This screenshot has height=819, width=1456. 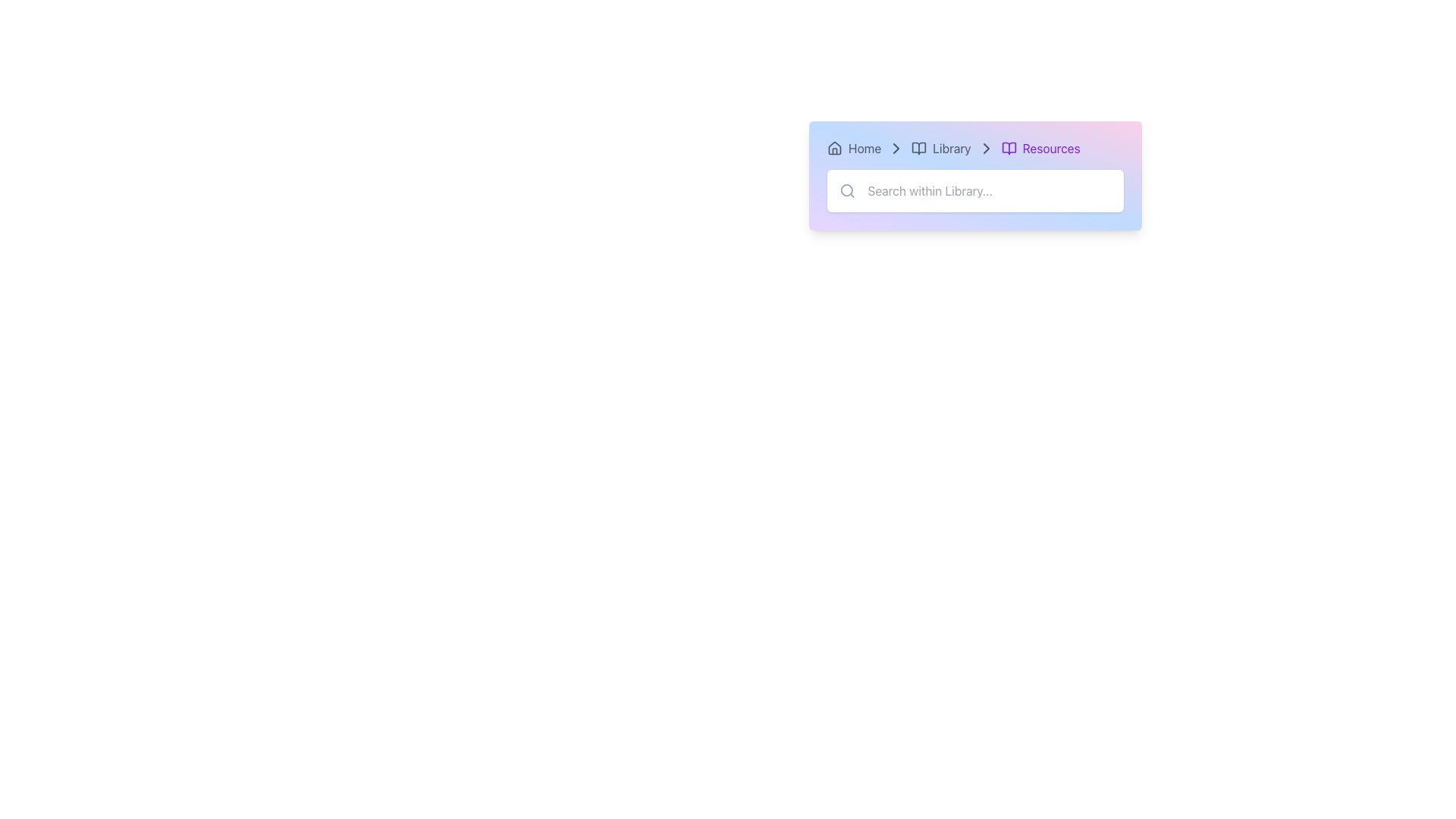 What do you see at coordinates (1050, 149) in the screenshot?
I see `the 'Resources' text label in the breadcrumb navigation bar` at bounding box center [1050, 149].